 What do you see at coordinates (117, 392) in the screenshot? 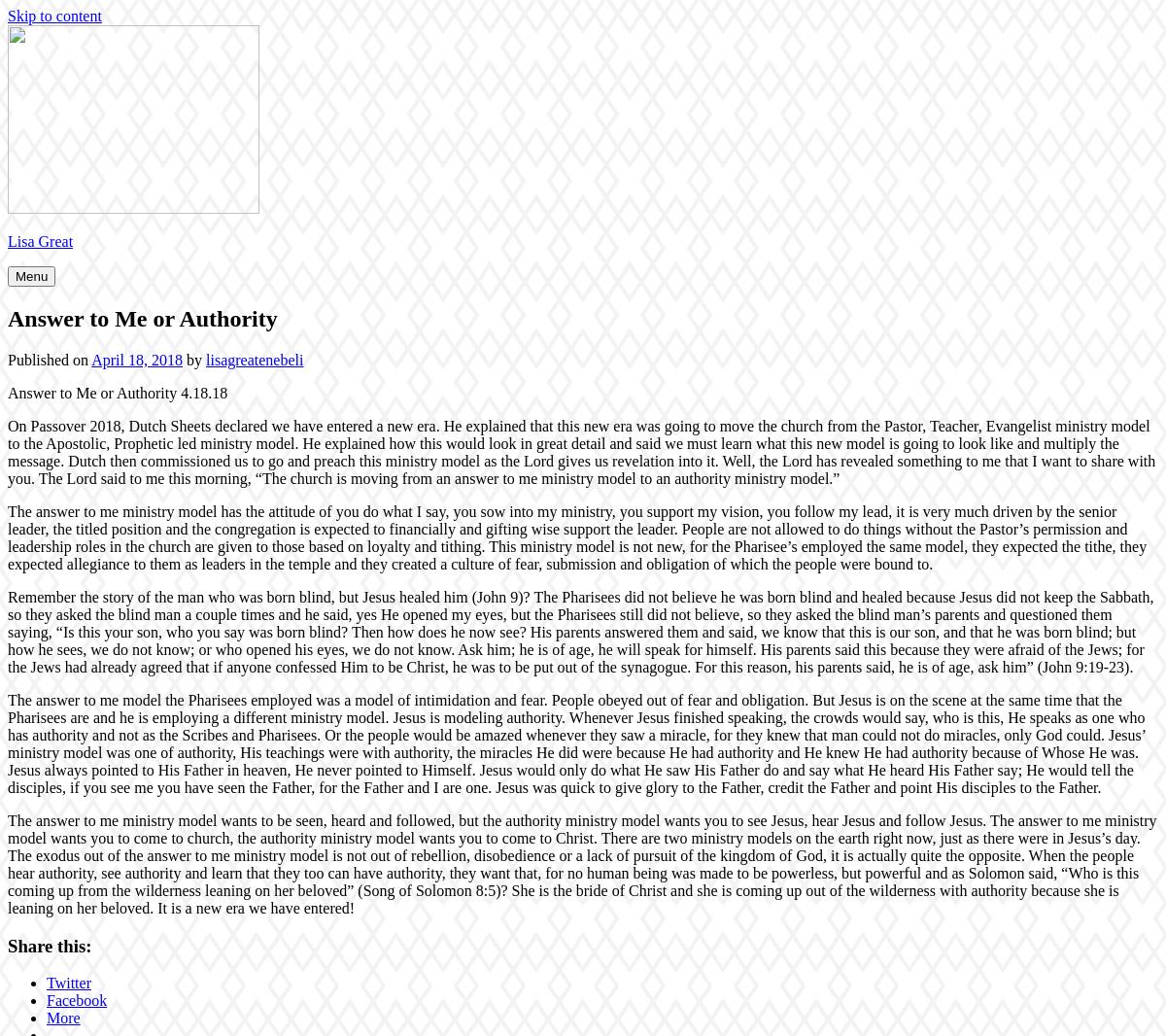
I see `'Answer to Me or Authority 4.18.18'` at bounding box center [117, 392].